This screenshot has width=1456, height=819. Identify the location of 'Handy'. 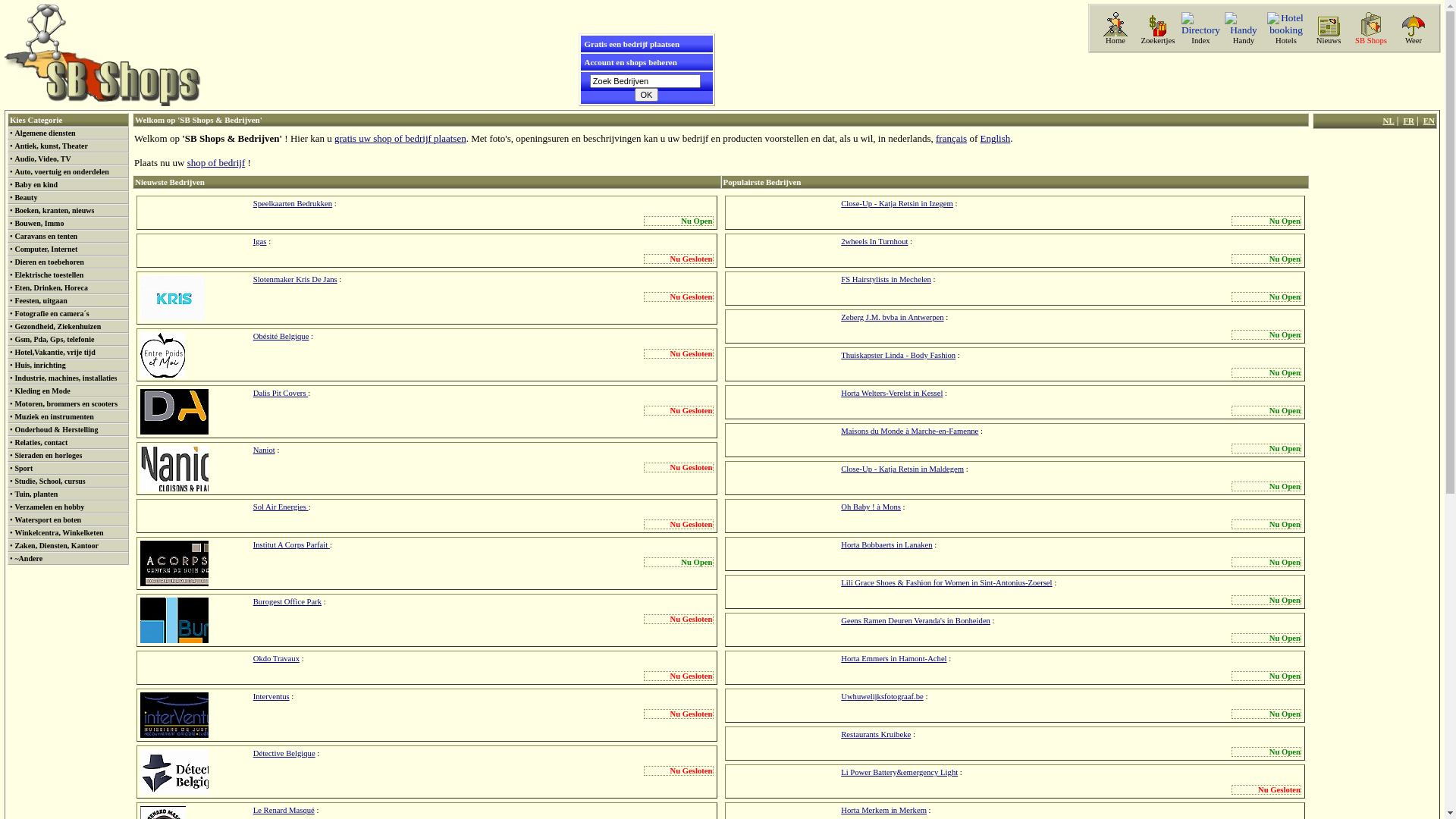
(1244, 39).